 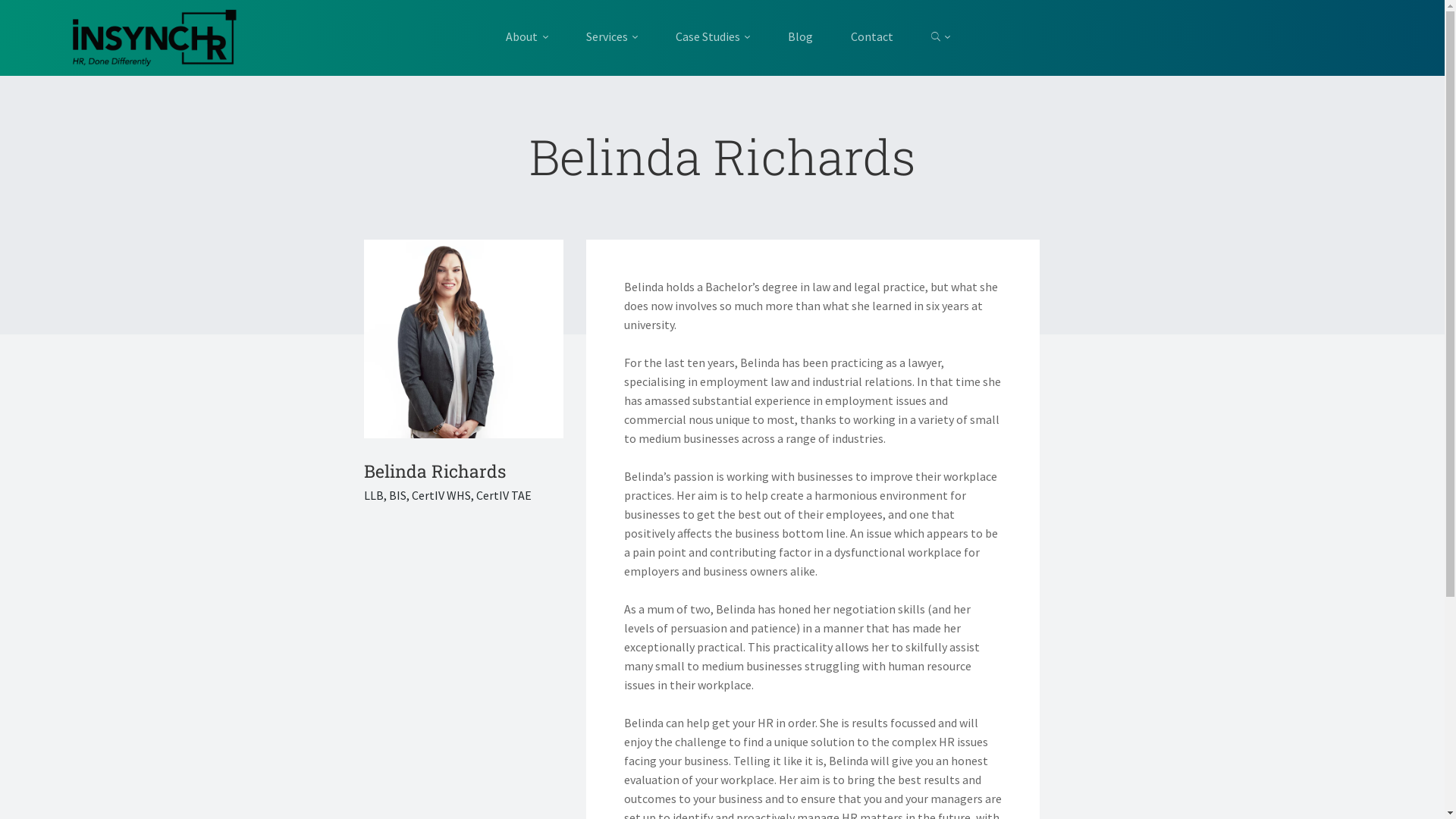 I want to click on 'Contact', so click(x=831, y=36).